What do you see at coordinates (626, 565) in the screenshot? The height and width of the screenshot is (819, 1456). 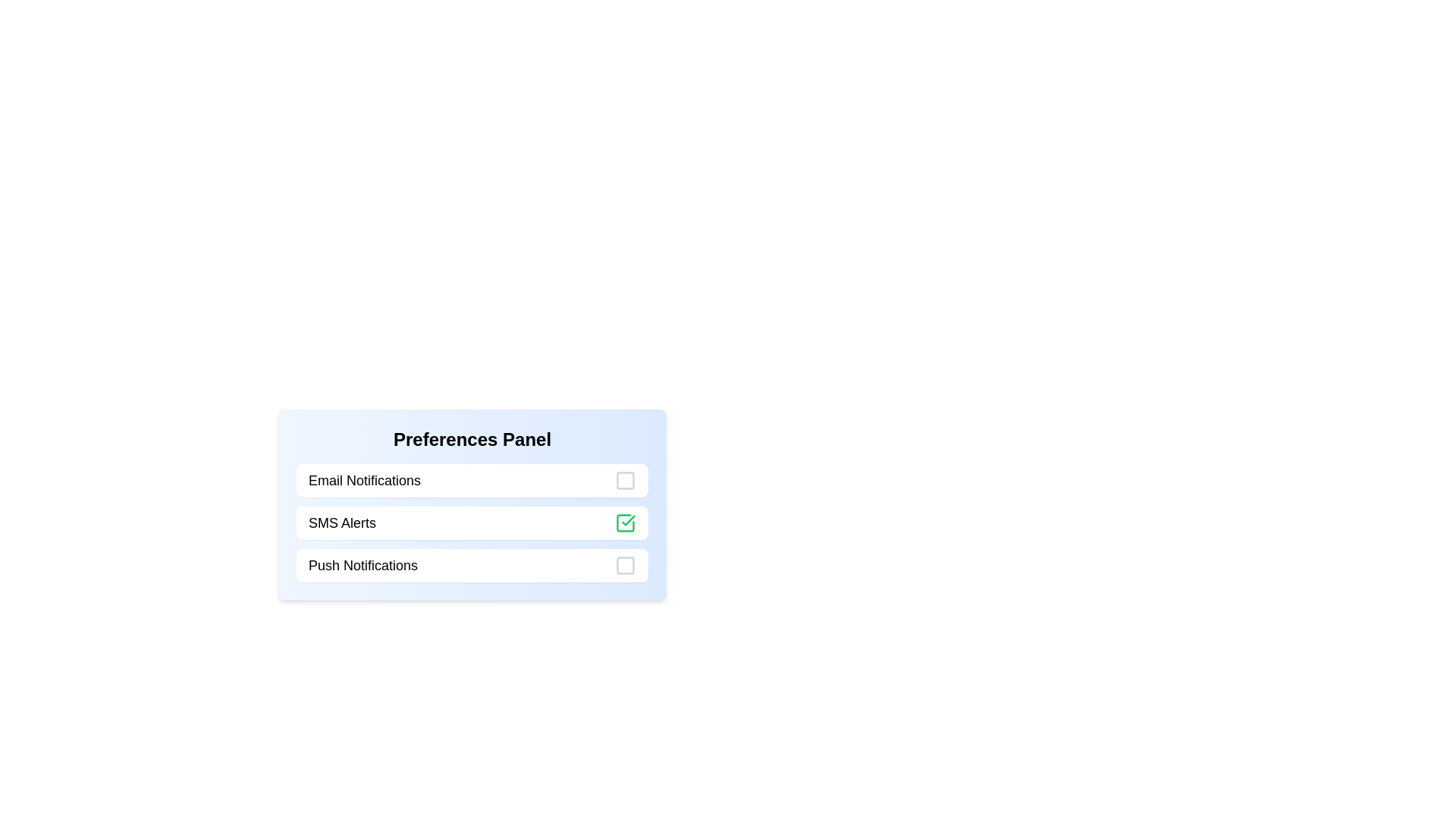 I see `from the checkbox styled with a lightweight gray border located inline with the label 'Push Notifications'` at bounding box center [626, 565].